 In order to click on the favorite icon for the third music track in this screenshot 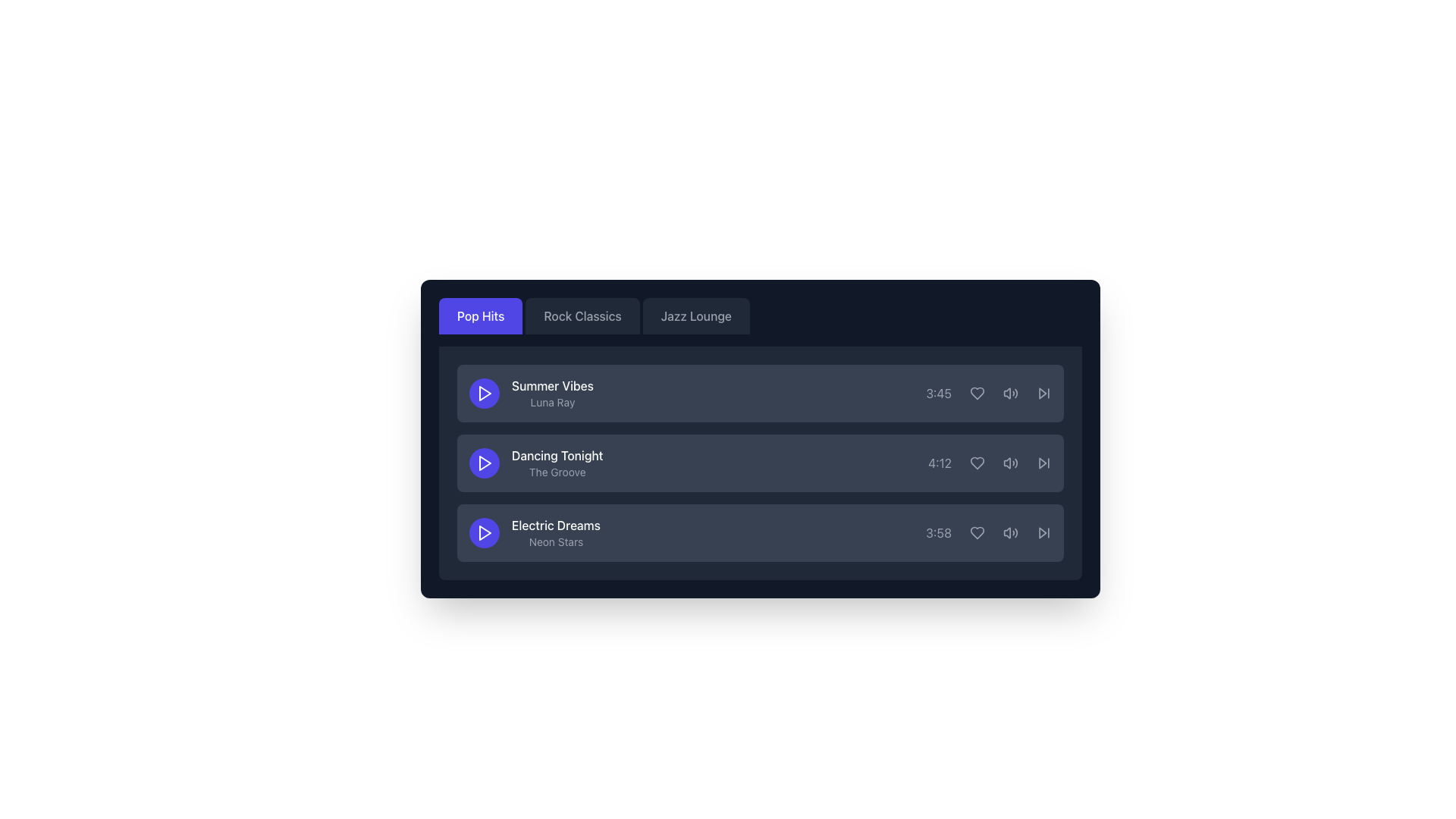, I will do `click(977, 532)`.